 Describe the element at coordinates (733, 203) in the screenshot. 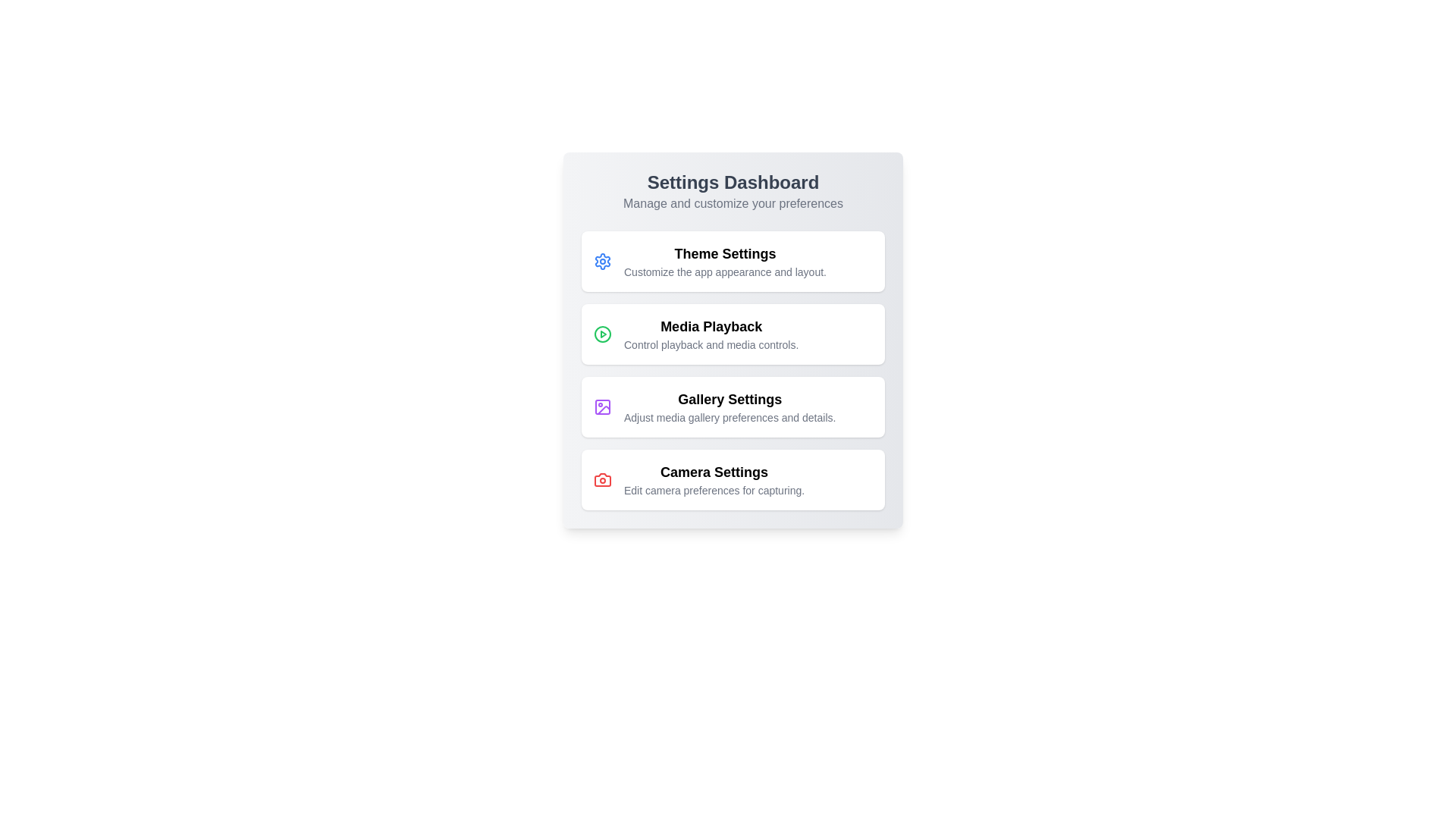

I see `and interpret the descriptive subtitle text located directly below the 'Settings Dashboard' title, which provides guidance about the dashboard's purpose` at that location.